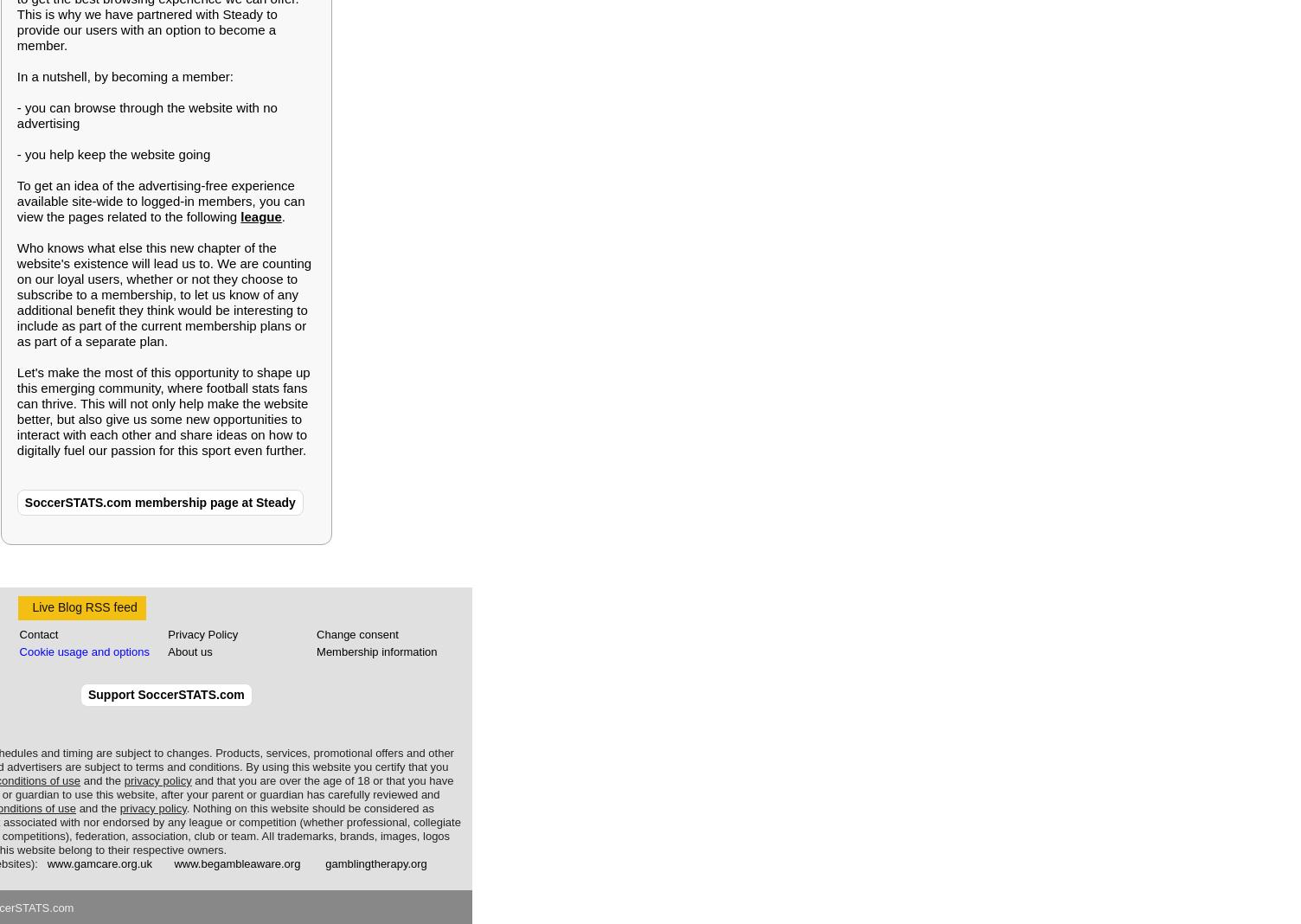 This screenshot has width=1301, height=924. Describe the element at coordinates (159, 201) in the screenshot. I see `'To get an idea of the advertising-free experience available site-wide to logged-in members, you can view the pages related to the following'` at that location.